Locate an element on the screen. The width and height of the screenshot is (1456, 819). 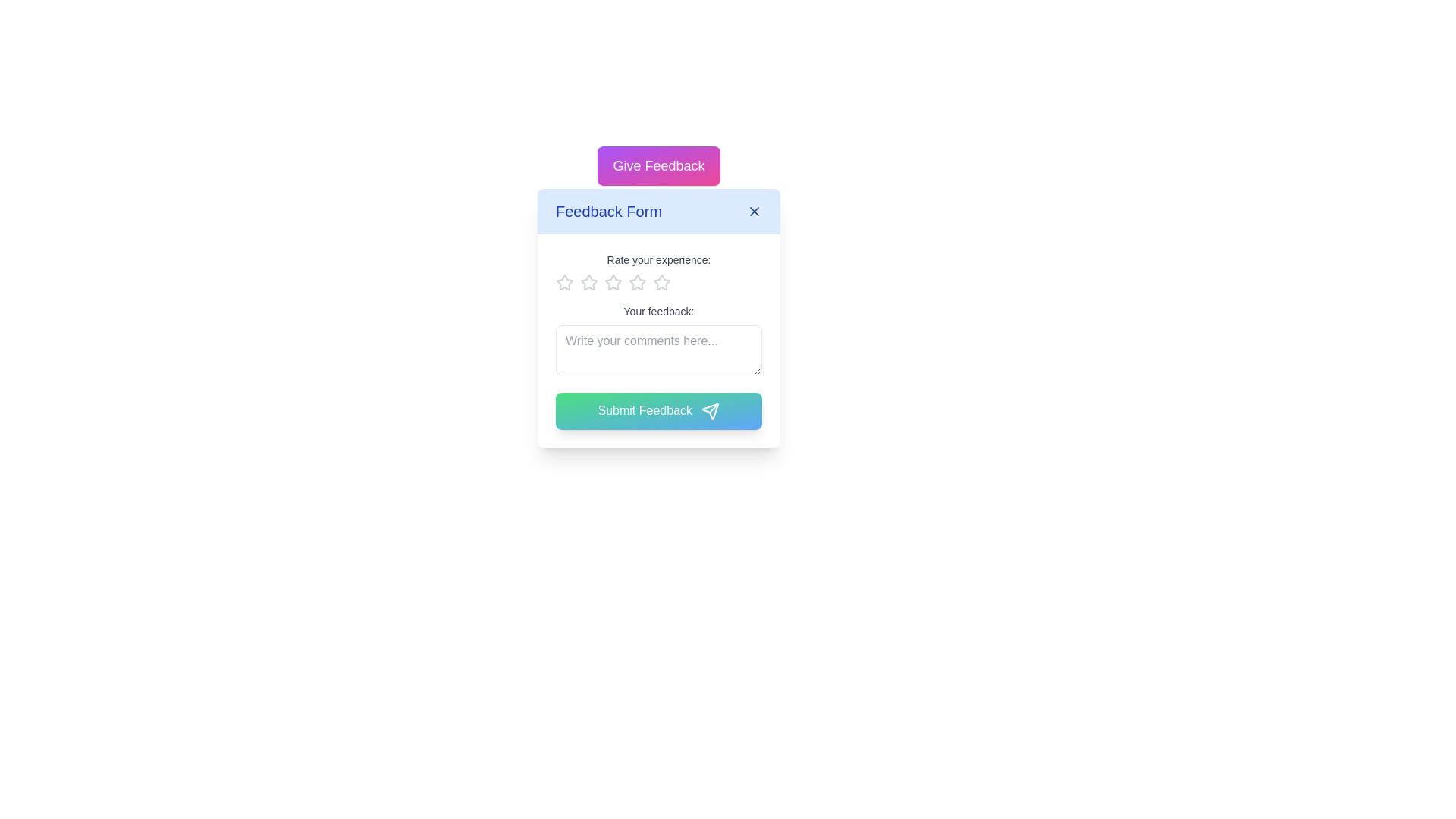
the fourth Rating Star Icon in the 'Rate your experience' section is located at coordinates (662, 282).